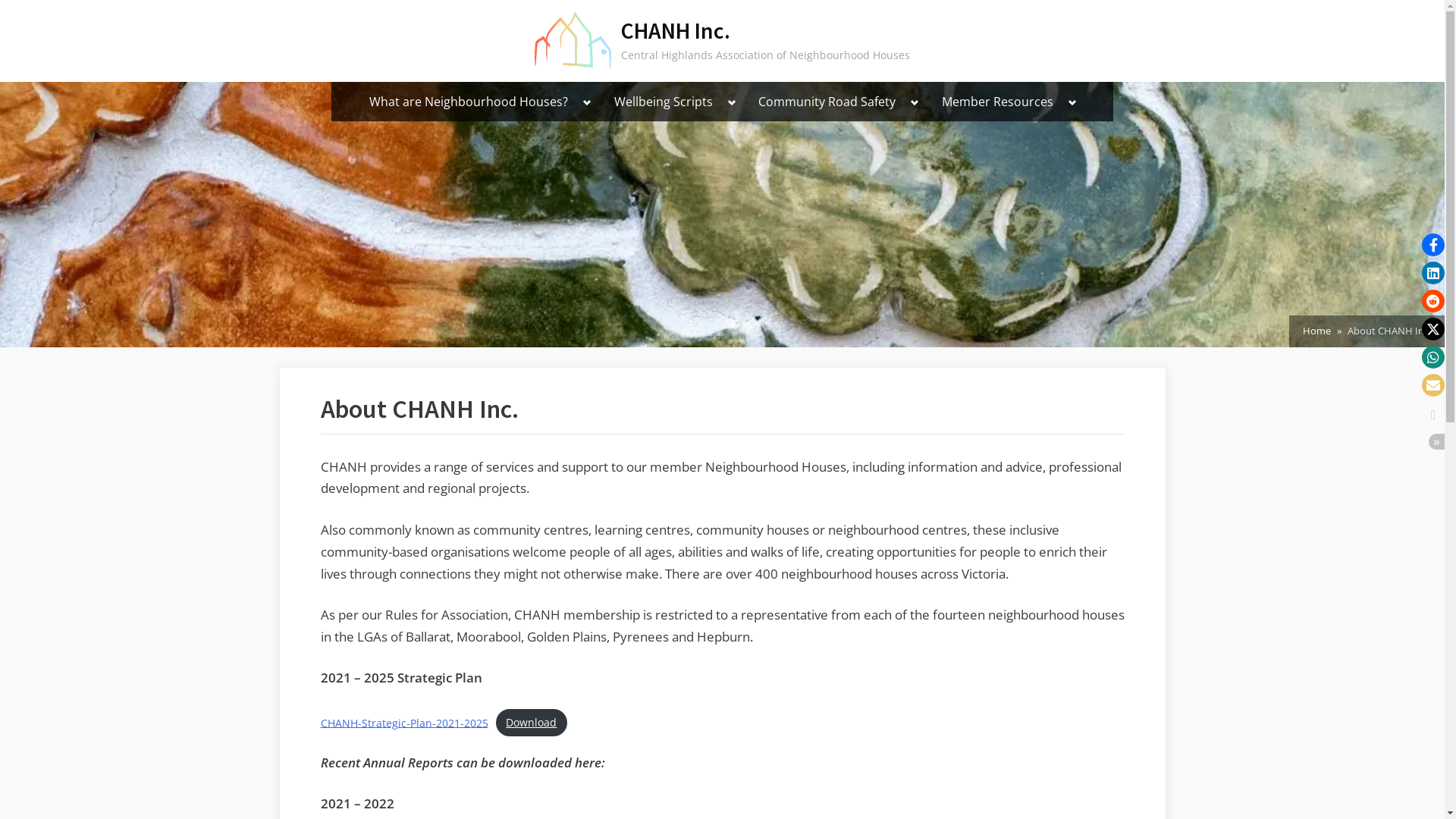 This screenshot has height=819, width=1456. Describe the element at coordinates (1072, 102) in the screenshot. I see `'Toggle sub-menu'` at that location.